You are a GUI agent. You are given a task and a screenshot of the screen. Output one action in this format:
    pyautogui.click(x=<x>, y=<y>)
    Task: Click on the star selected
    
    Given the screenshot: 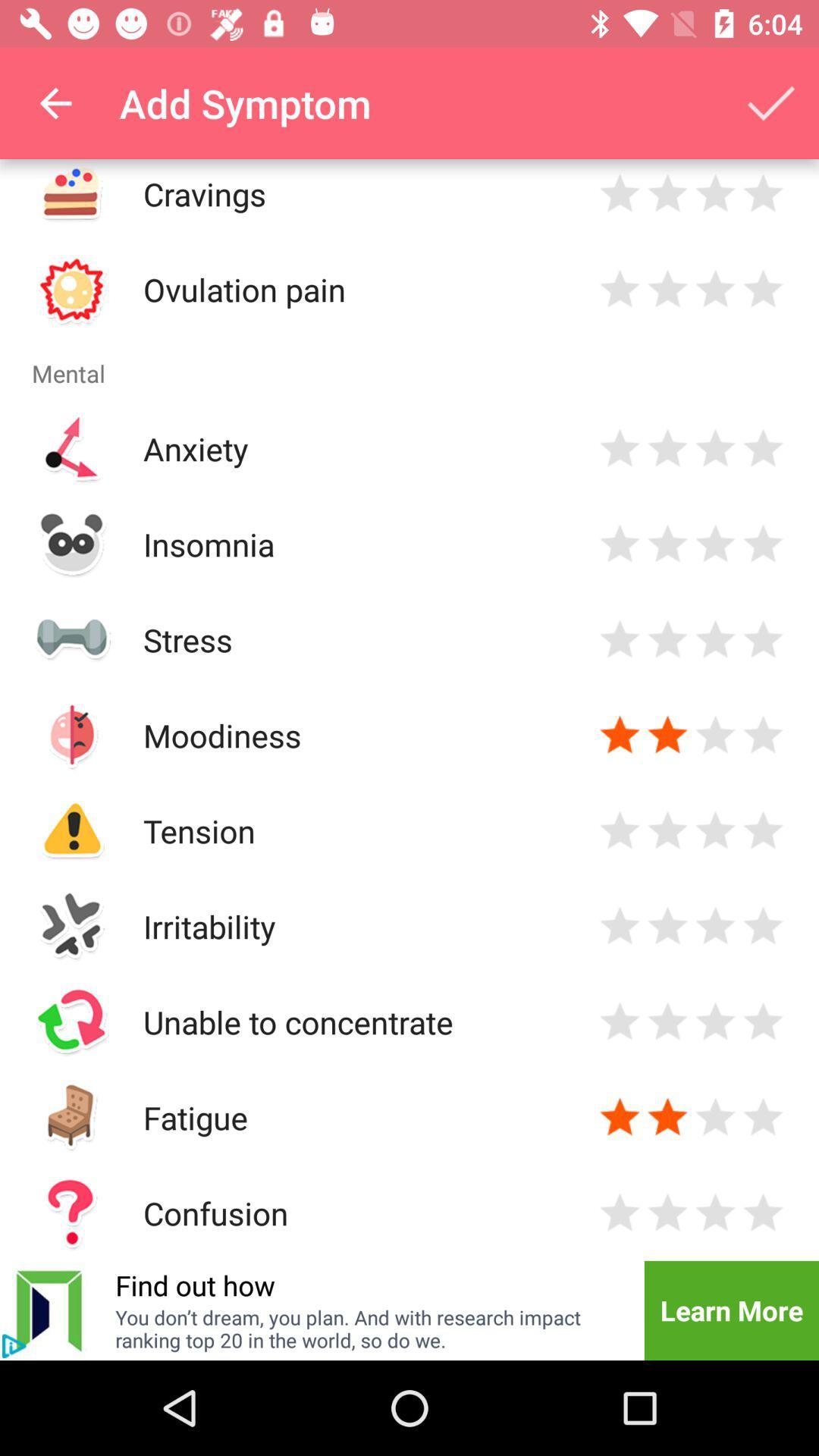 What is the action you would take?
    pyautogui.click(x=667, y=735)
    